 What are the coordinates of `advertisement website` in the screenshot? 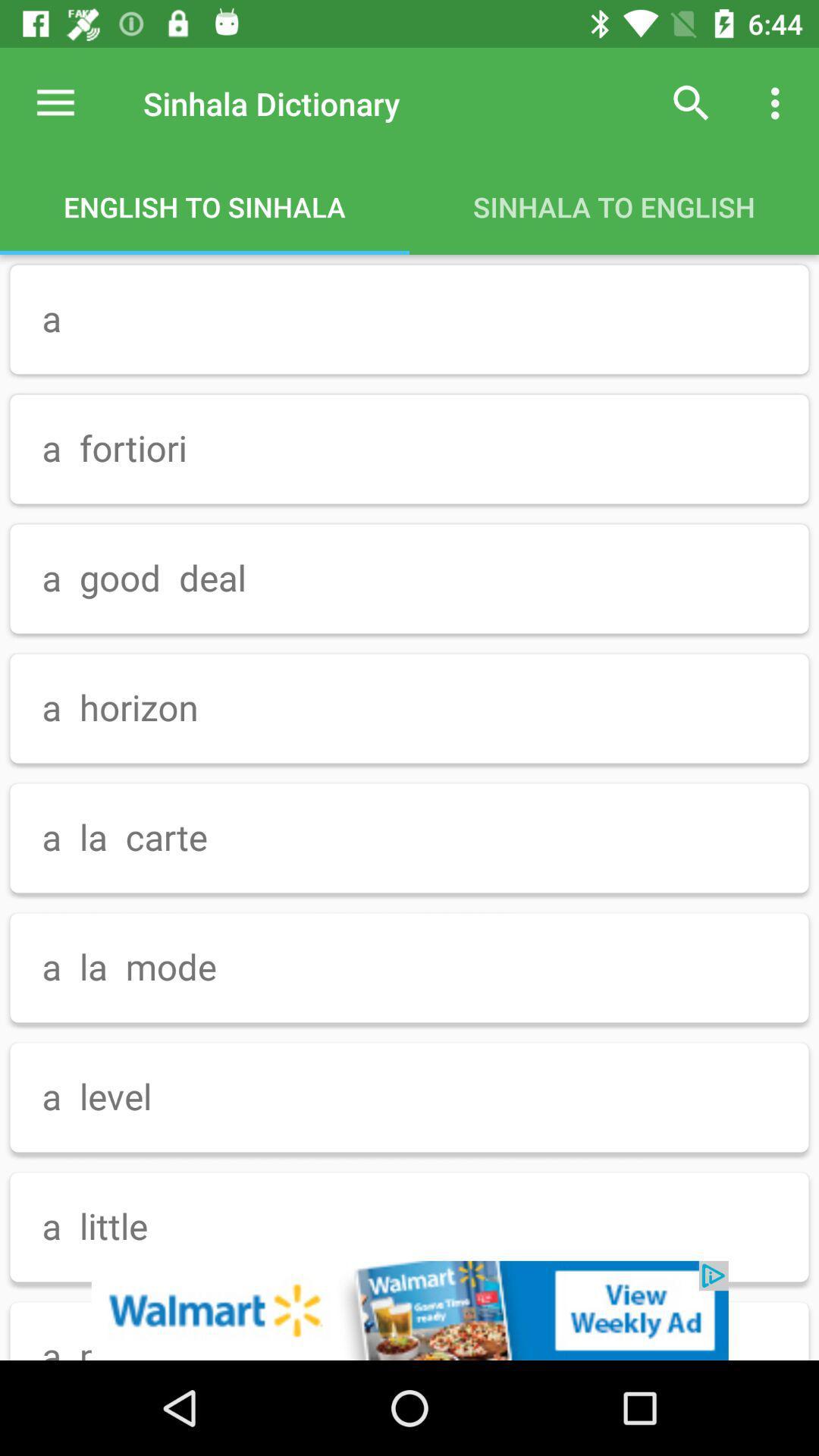 It's located at (409, 1310).